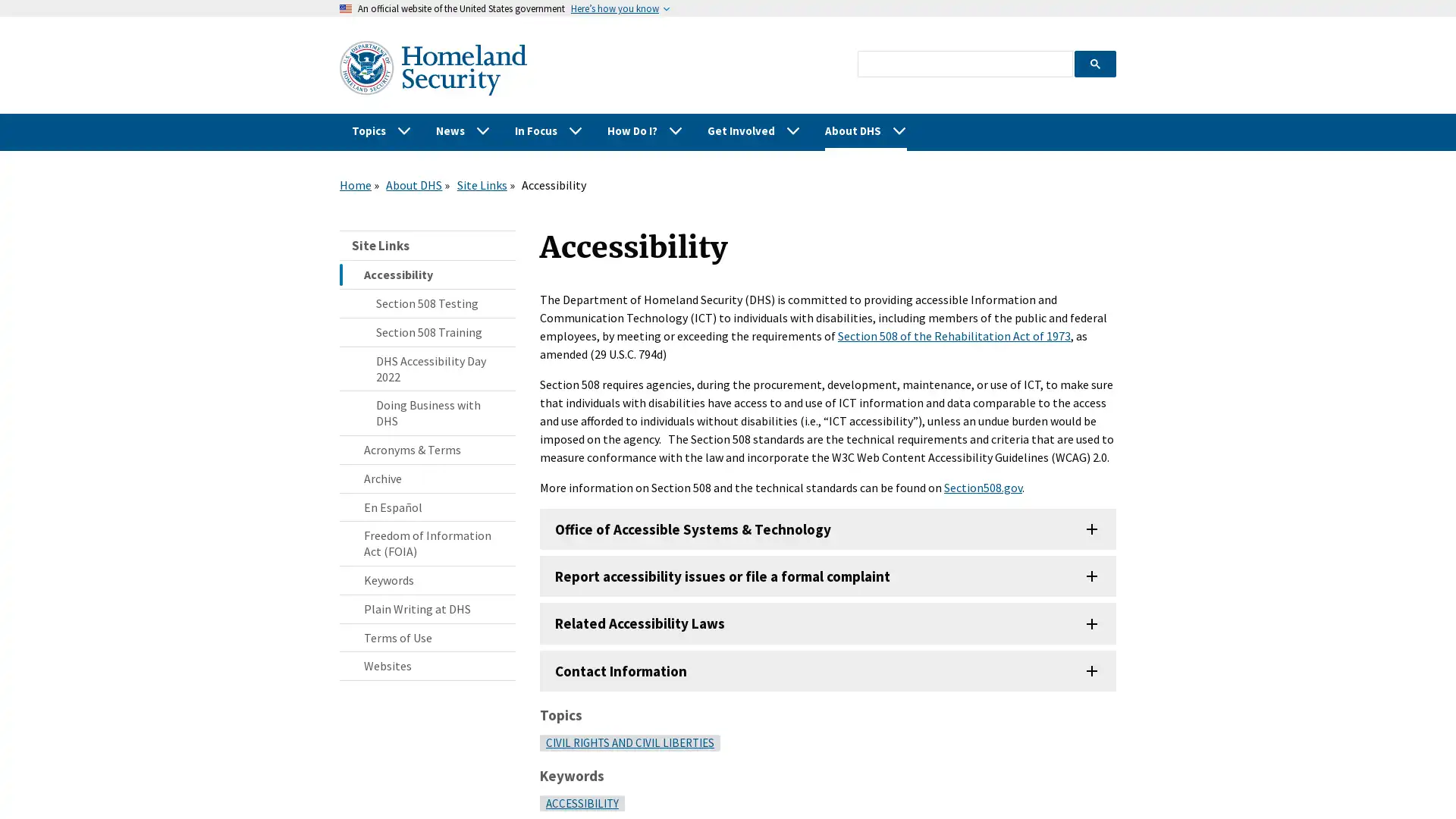  I want to click on search, so click(1094, 62).